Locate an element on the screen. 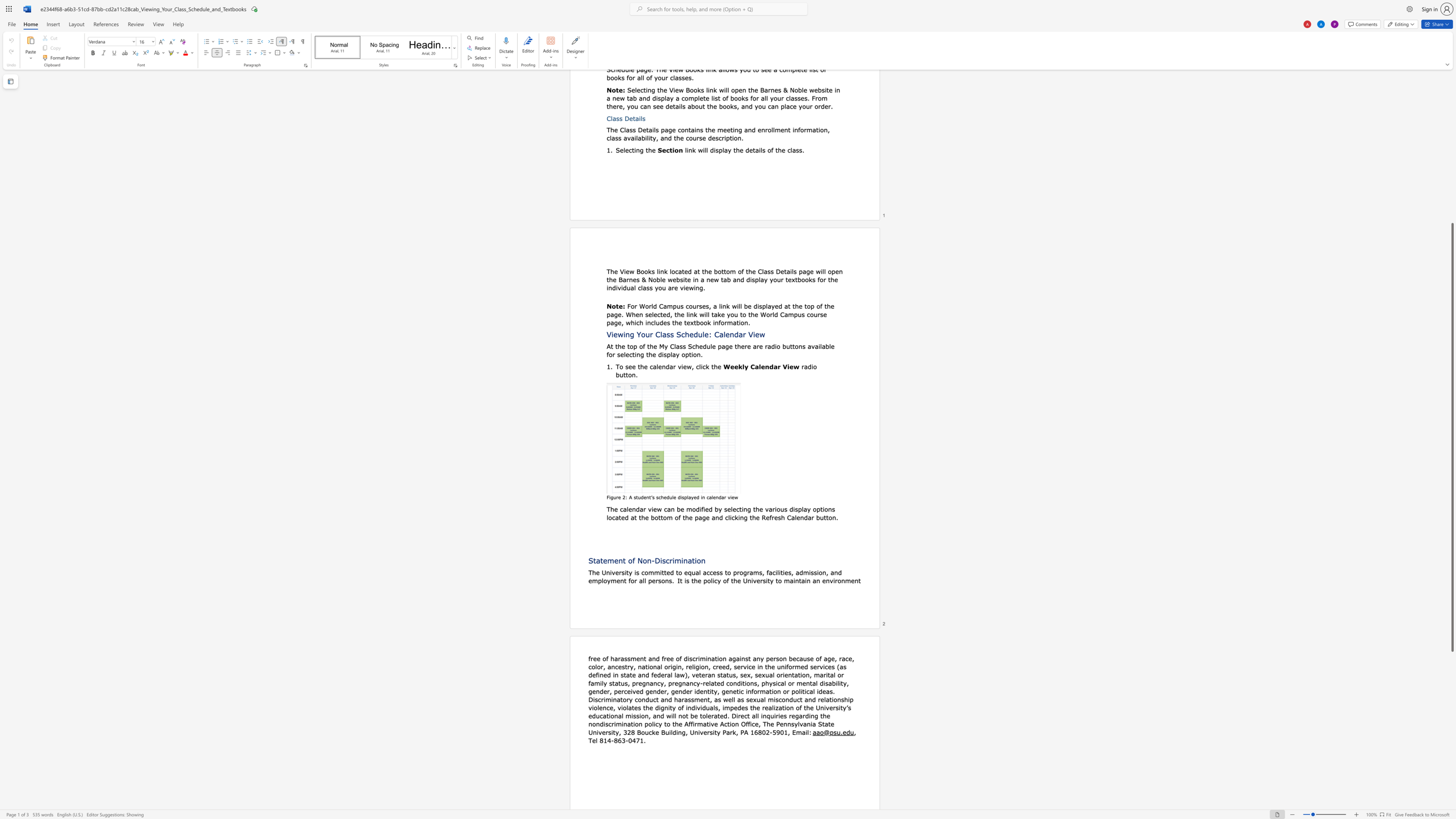  the scrollbar is located at coordinates (1451, 148).